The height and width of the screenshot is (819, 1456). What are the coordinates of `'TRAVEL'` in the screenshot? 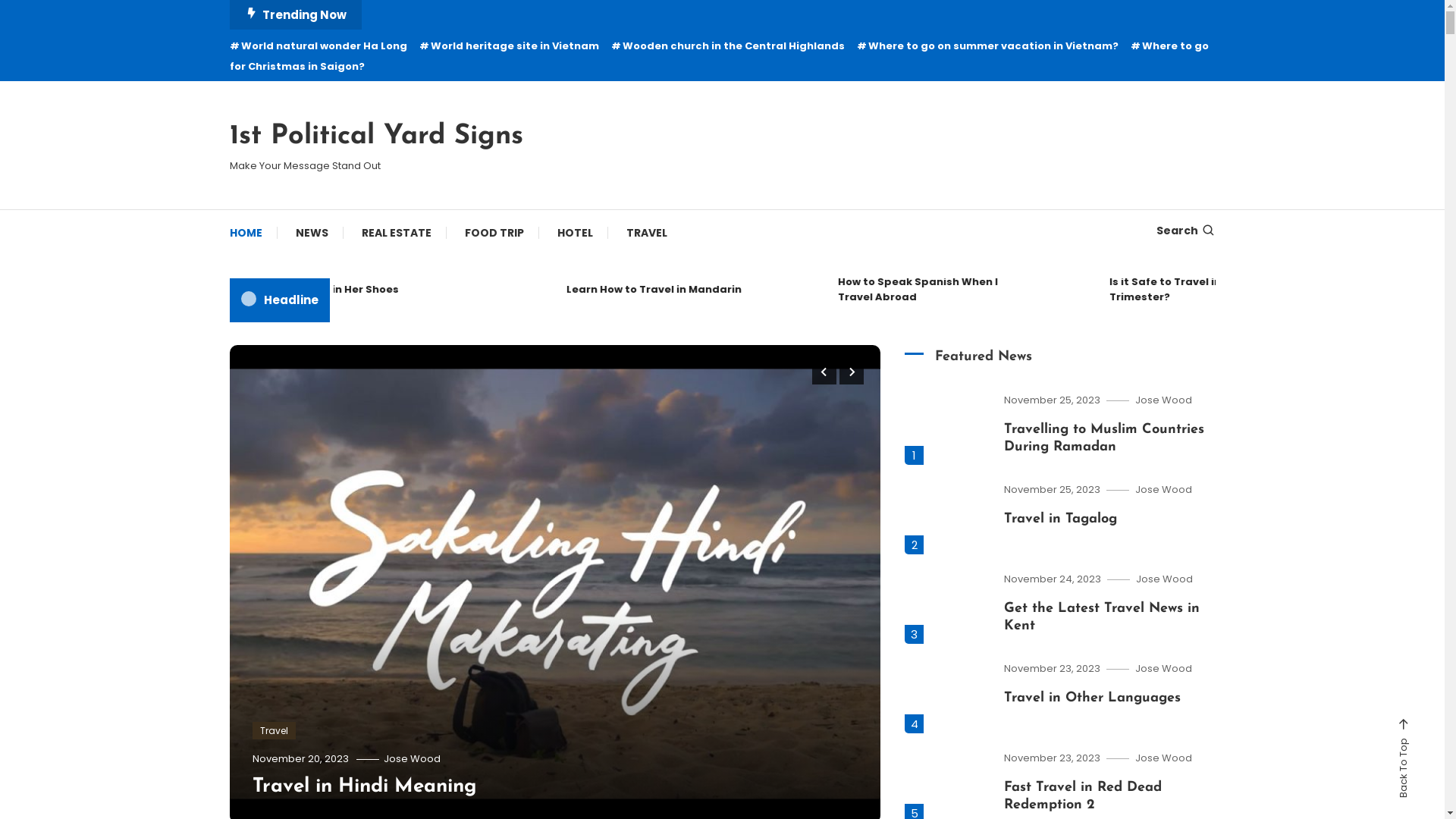 It's located at (647, 233).